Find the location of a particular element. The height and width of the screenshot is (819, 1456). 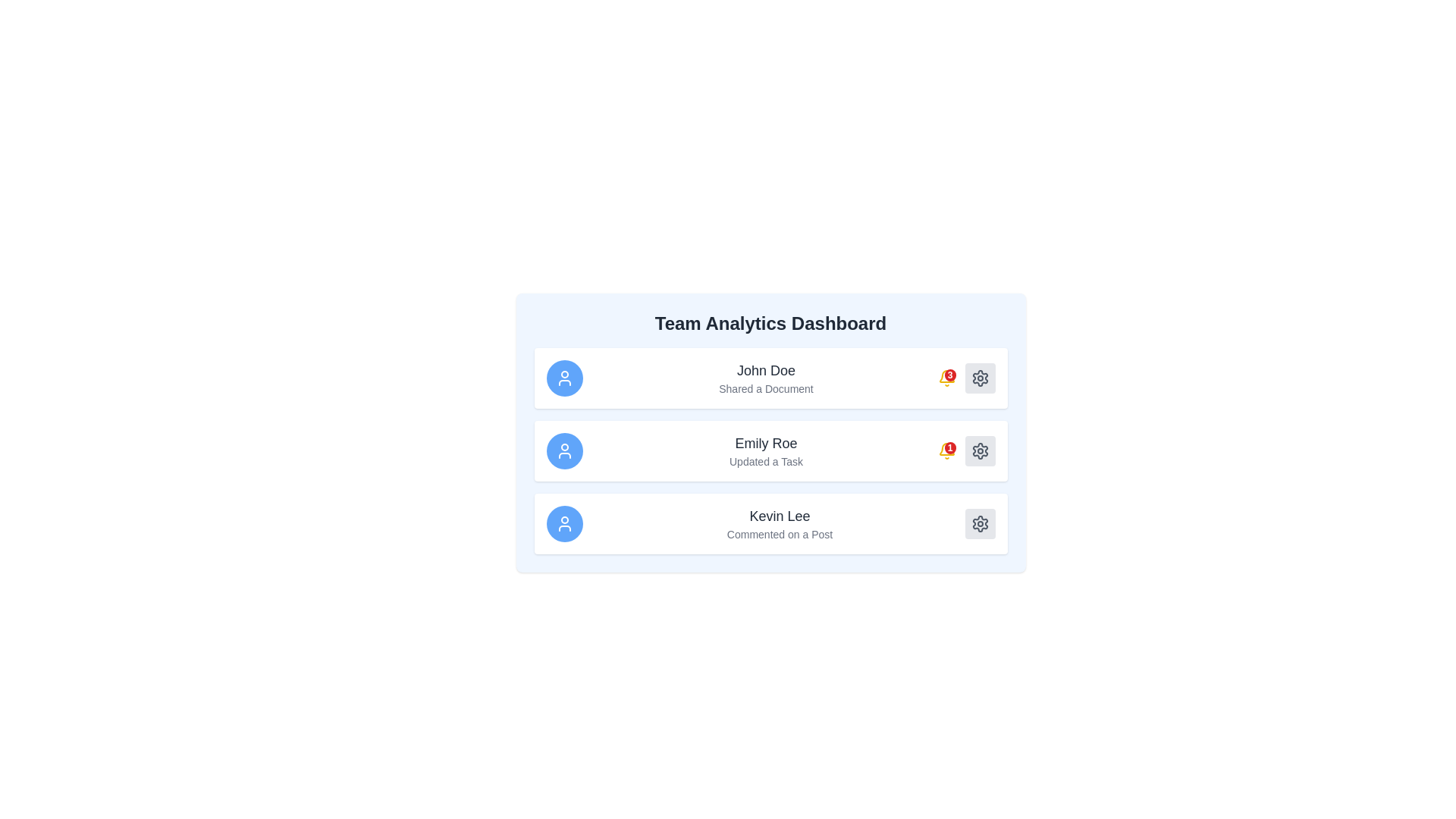

the text label displaying 'Emily Roe', which is a large, bold, dark gray text located in the middle section of the list entry on the dashboard is located at coordinates (766, 444).